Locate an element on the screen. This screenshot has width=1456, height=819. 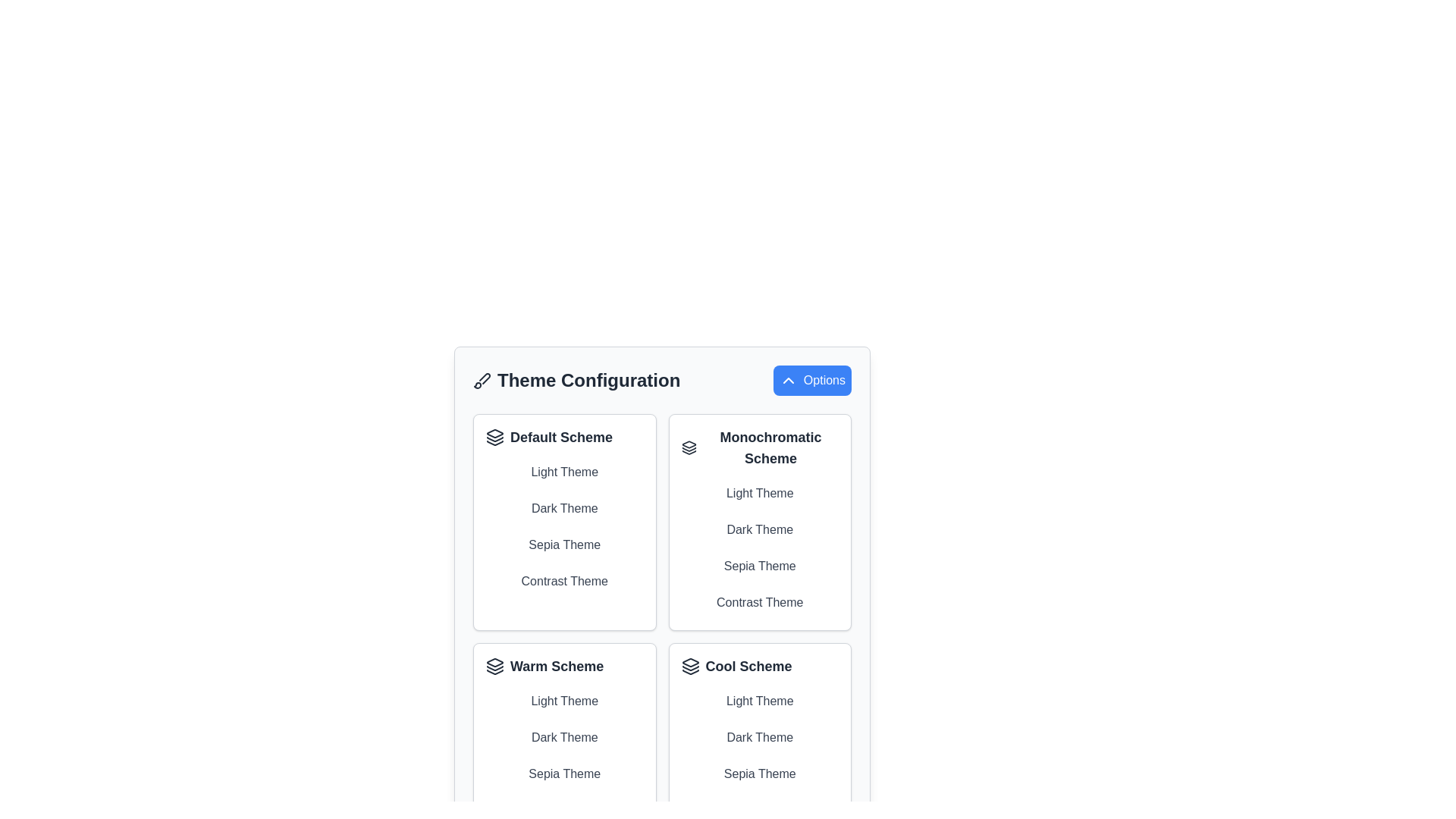
the brush icon located in the 'Theme Configuration' header section is located at coordinates (481, 379).